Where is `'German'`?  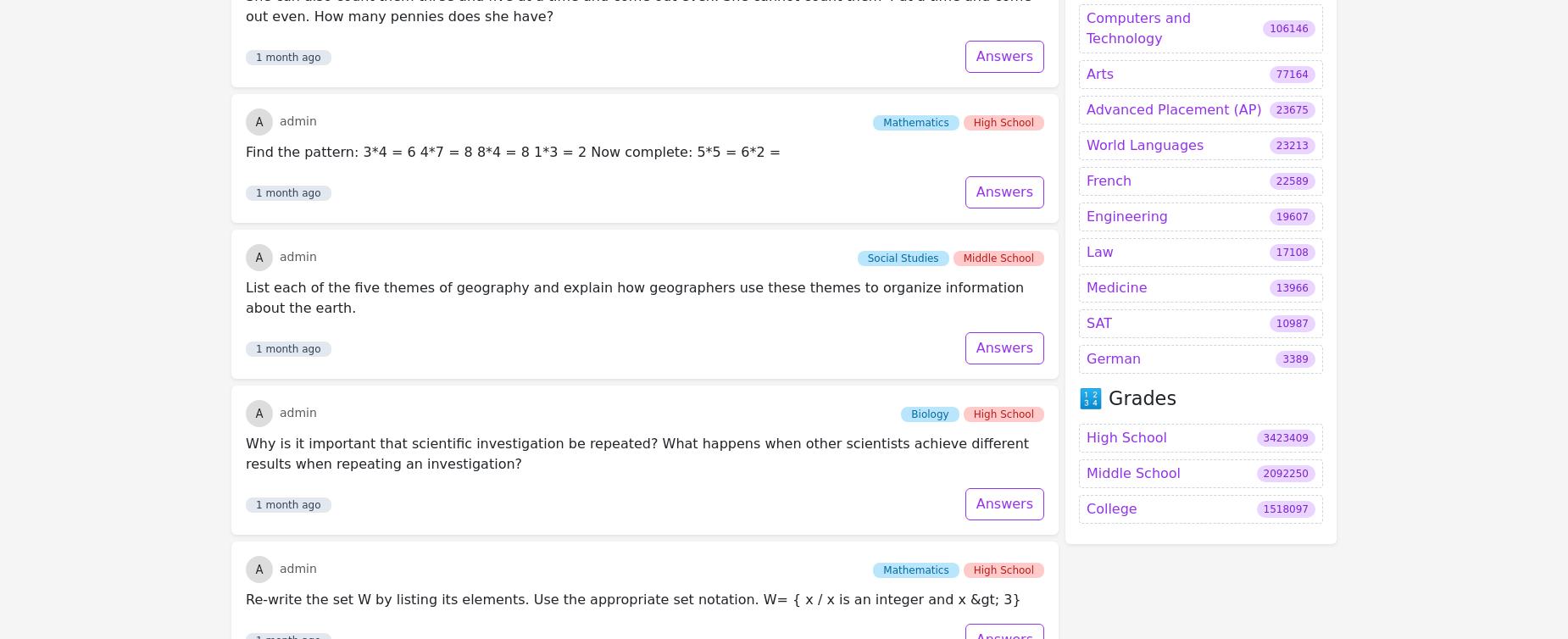
'German' is located at coordinates (1113, 178).